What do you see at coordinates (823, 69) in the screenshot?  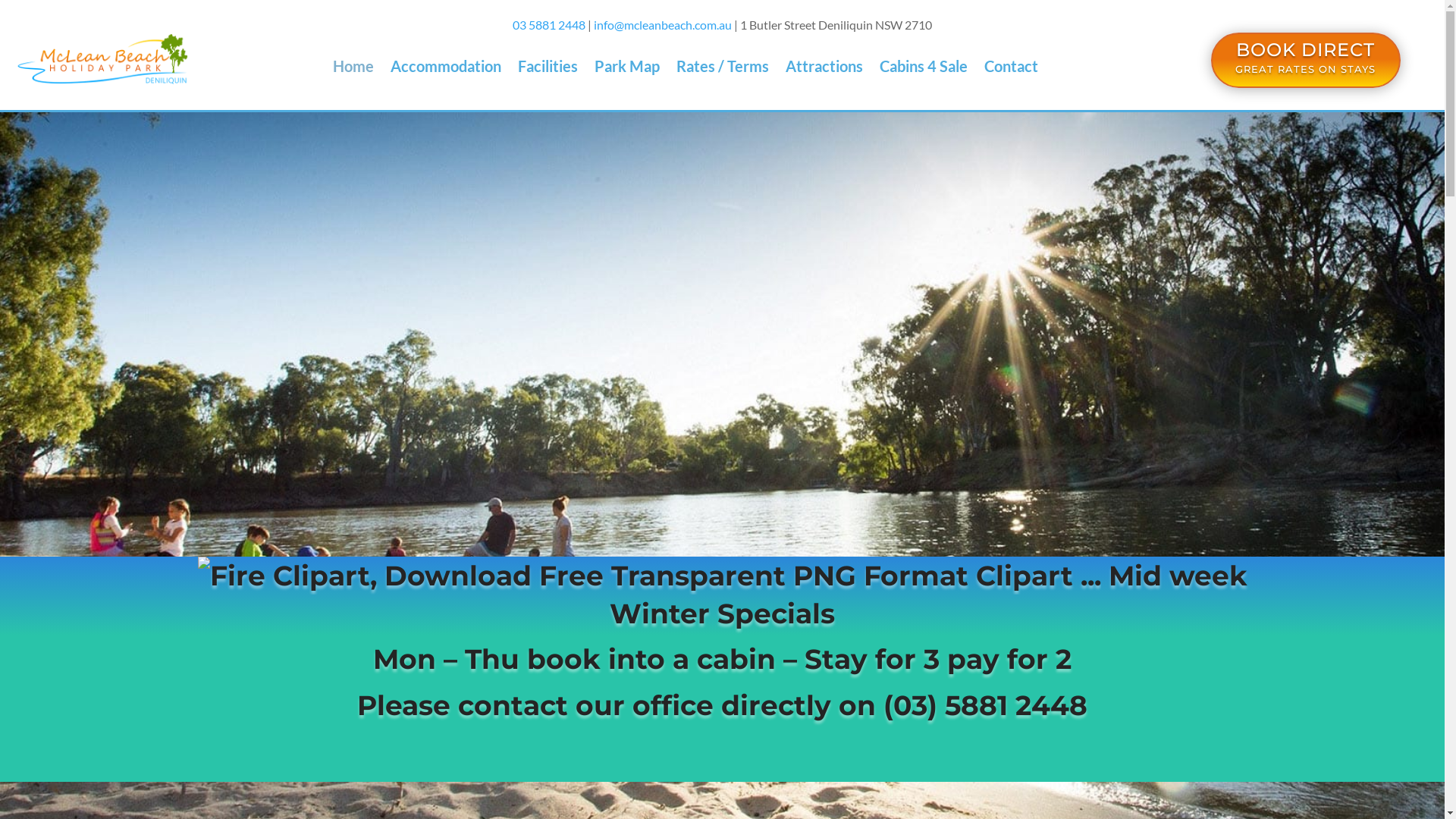 I see `'Attractions'` at bounding box center [823, 69].